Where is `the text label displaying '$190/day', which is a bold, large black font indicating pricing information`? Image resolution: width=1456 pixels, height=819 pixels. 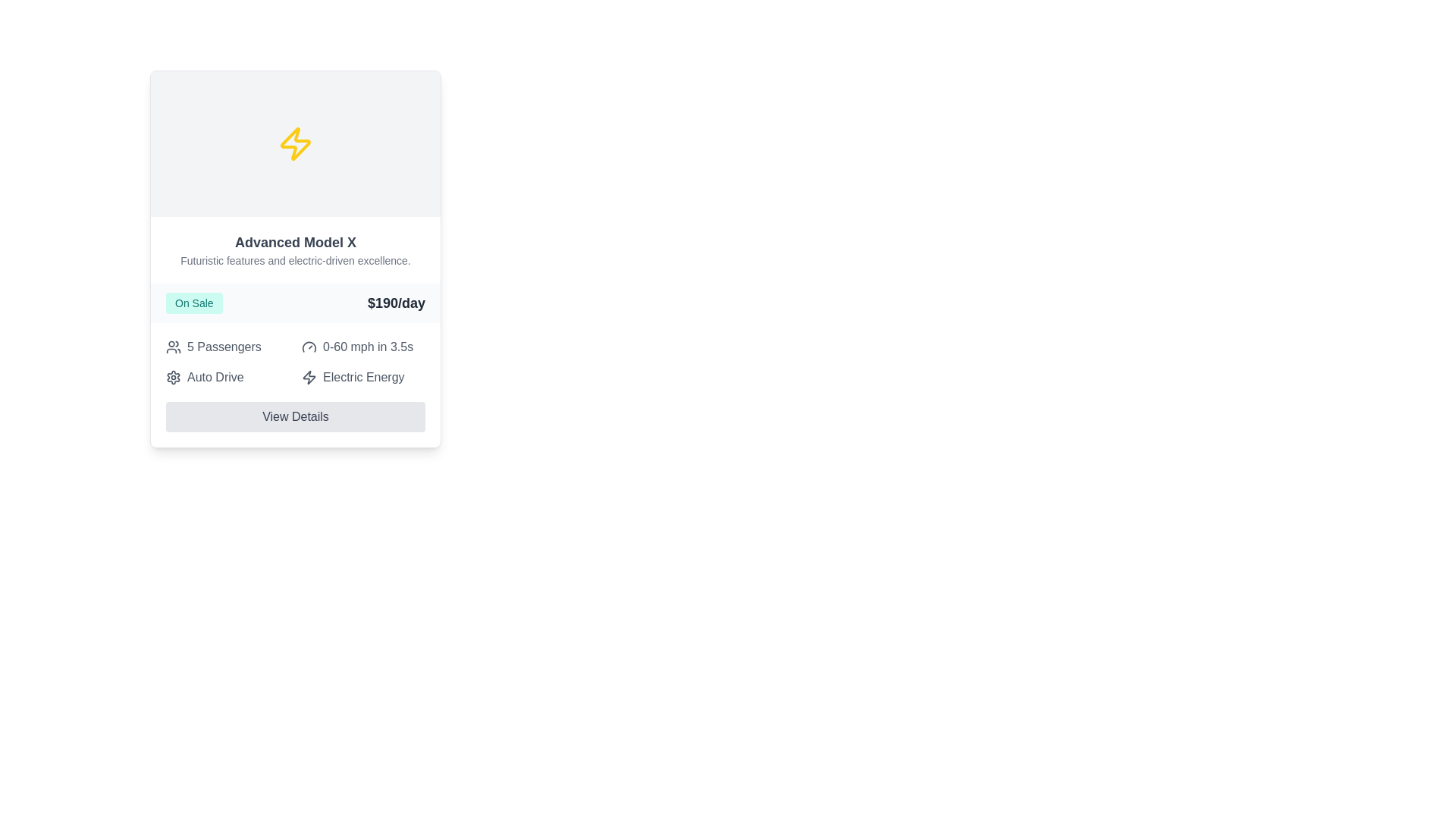 the text label displaying '$190/day', which is a bold, large black font indicating pricing information is located at coordinates (397, 303).